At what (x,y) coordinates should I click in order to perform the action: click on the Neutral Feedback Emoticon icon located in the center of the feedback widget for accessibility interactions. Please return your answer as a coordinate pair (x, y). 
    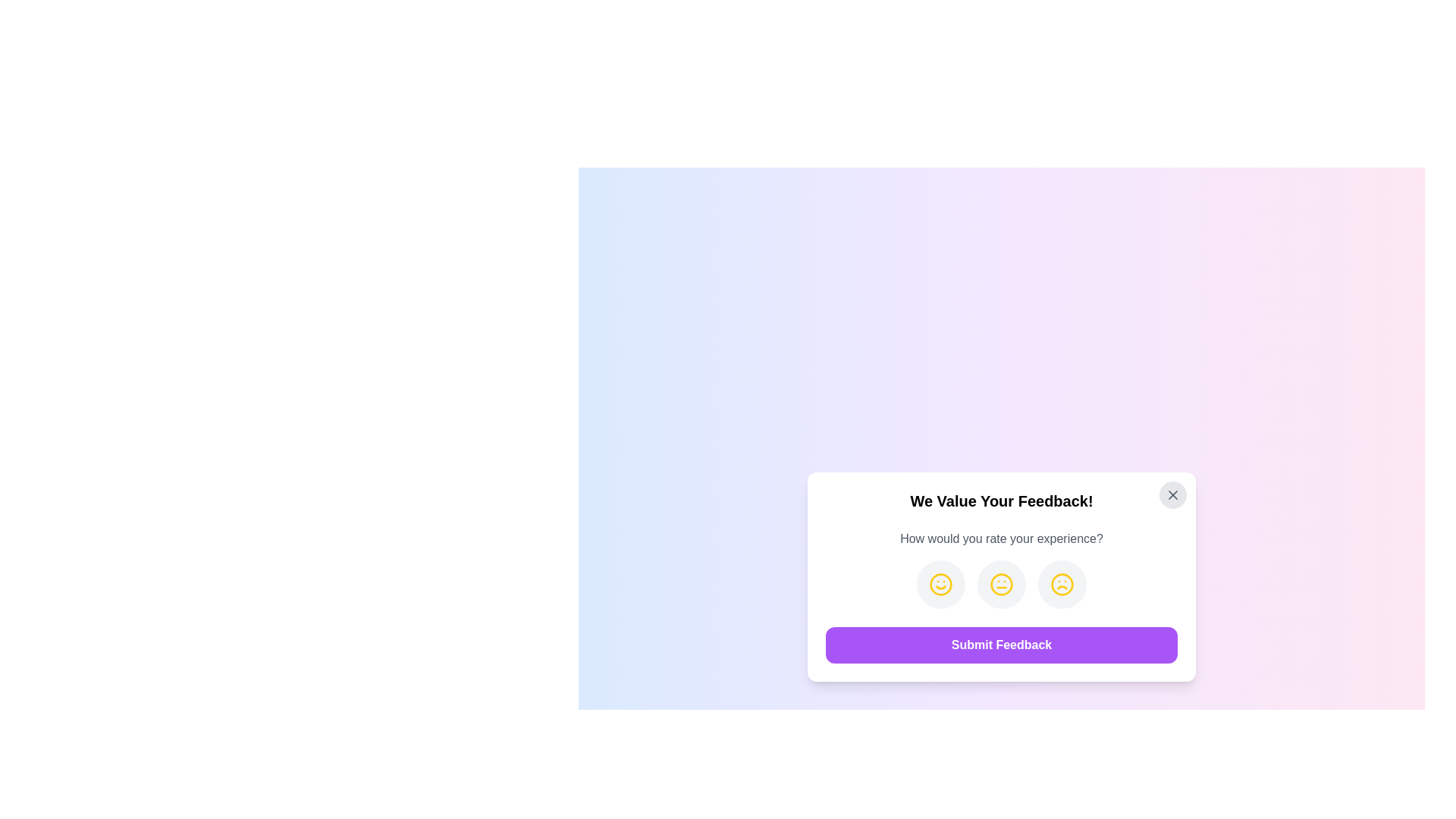
    Looking at the image, I should click on (1001, 584).